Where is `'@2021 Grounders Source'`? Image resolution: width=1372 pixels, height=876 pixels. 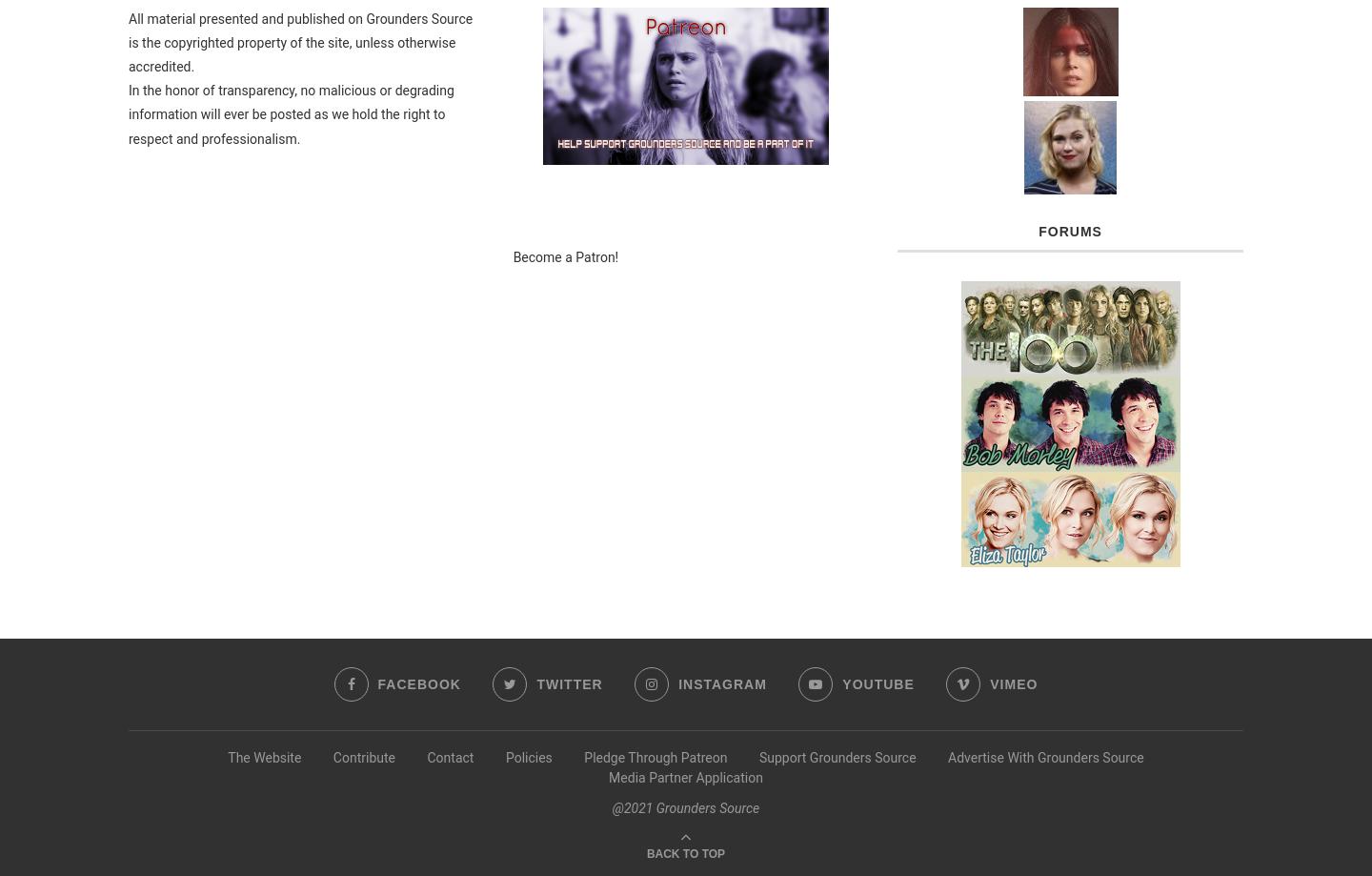
'@2021 Grounders Source' is located at coordinates (685, 806).